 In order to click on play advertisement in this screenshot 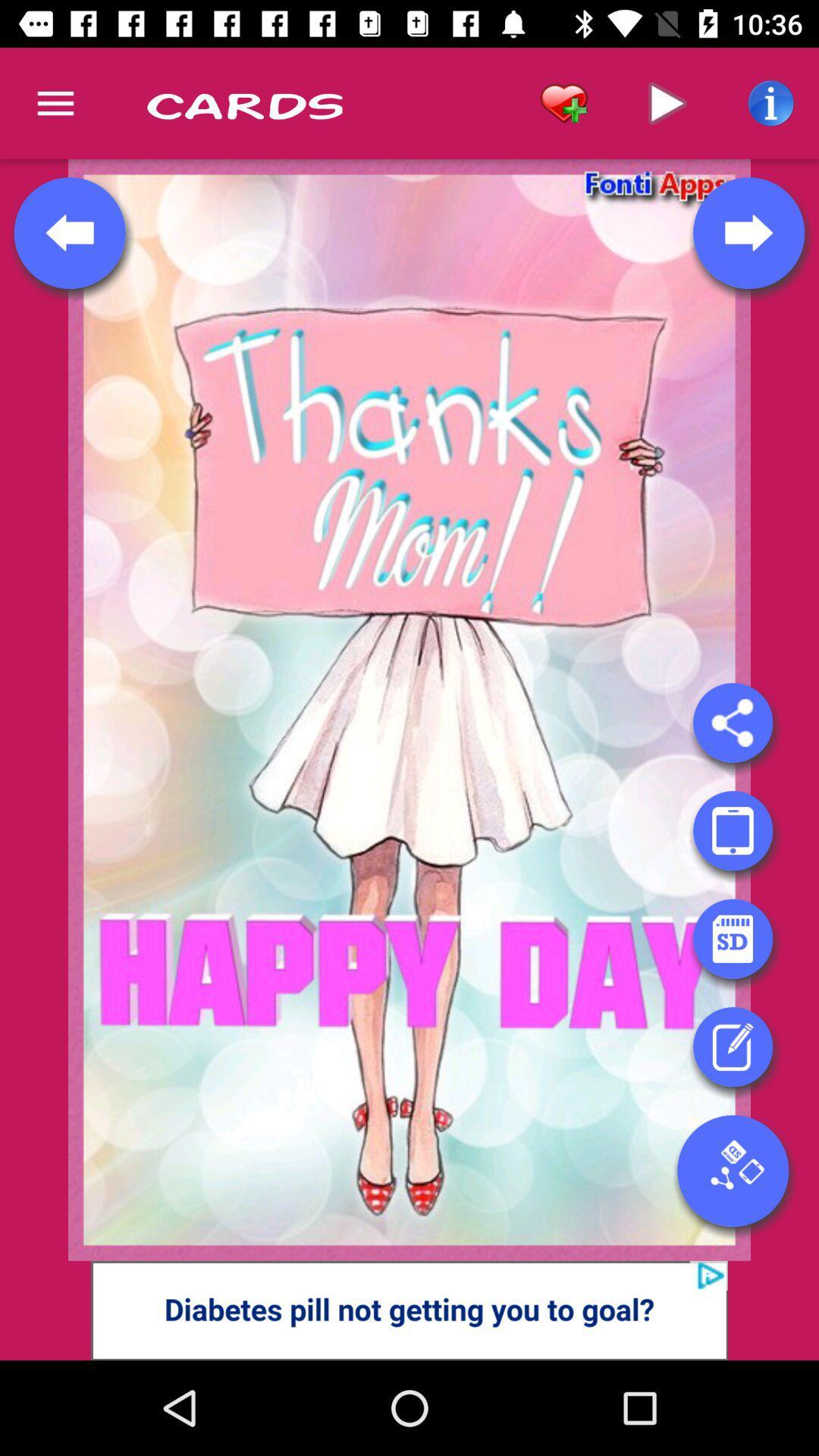, I will do `click(409, 1310)`.